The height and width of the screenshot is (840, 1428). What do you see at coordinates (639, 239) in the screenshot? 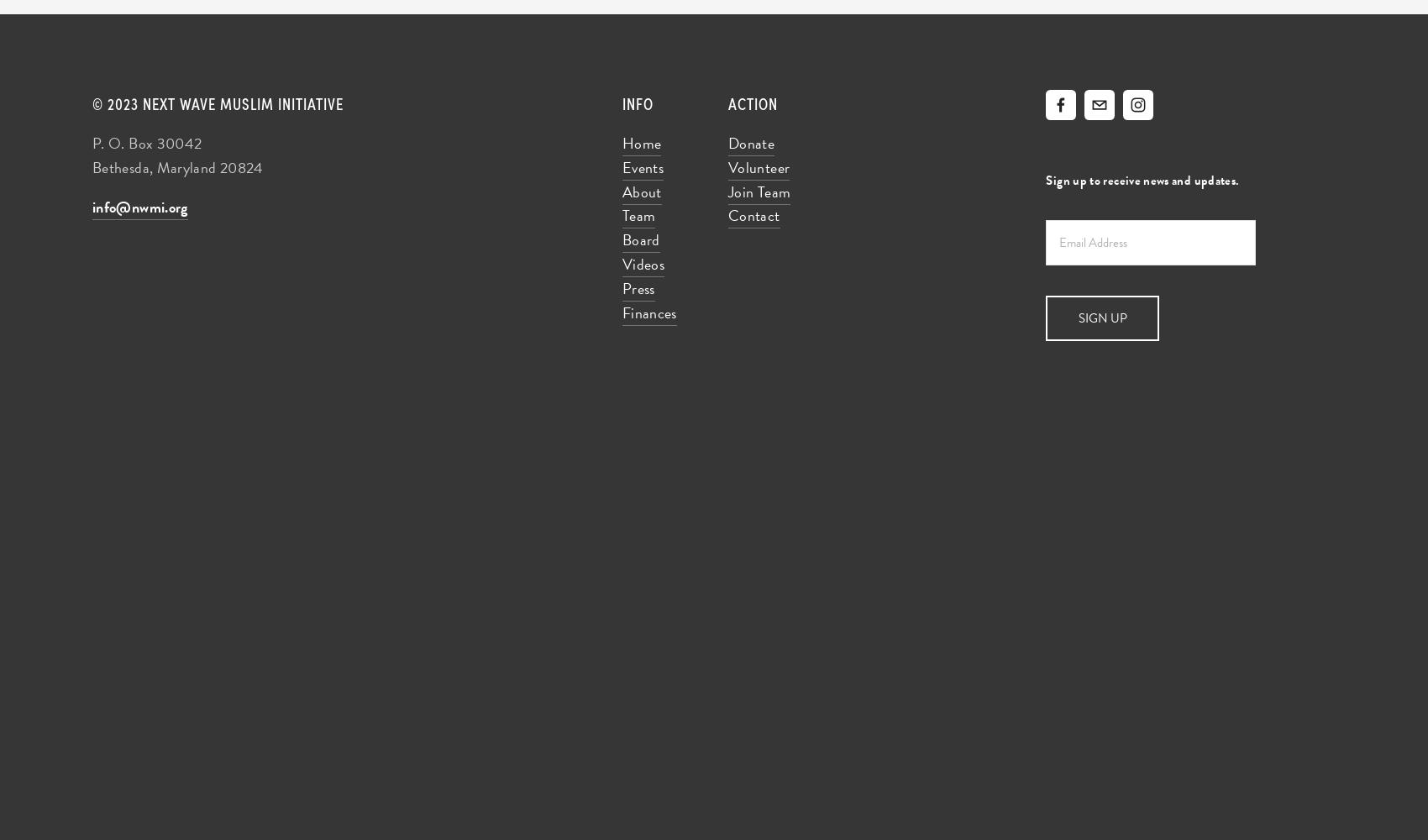
I see `'Board'` at bounding box center [639, 239].